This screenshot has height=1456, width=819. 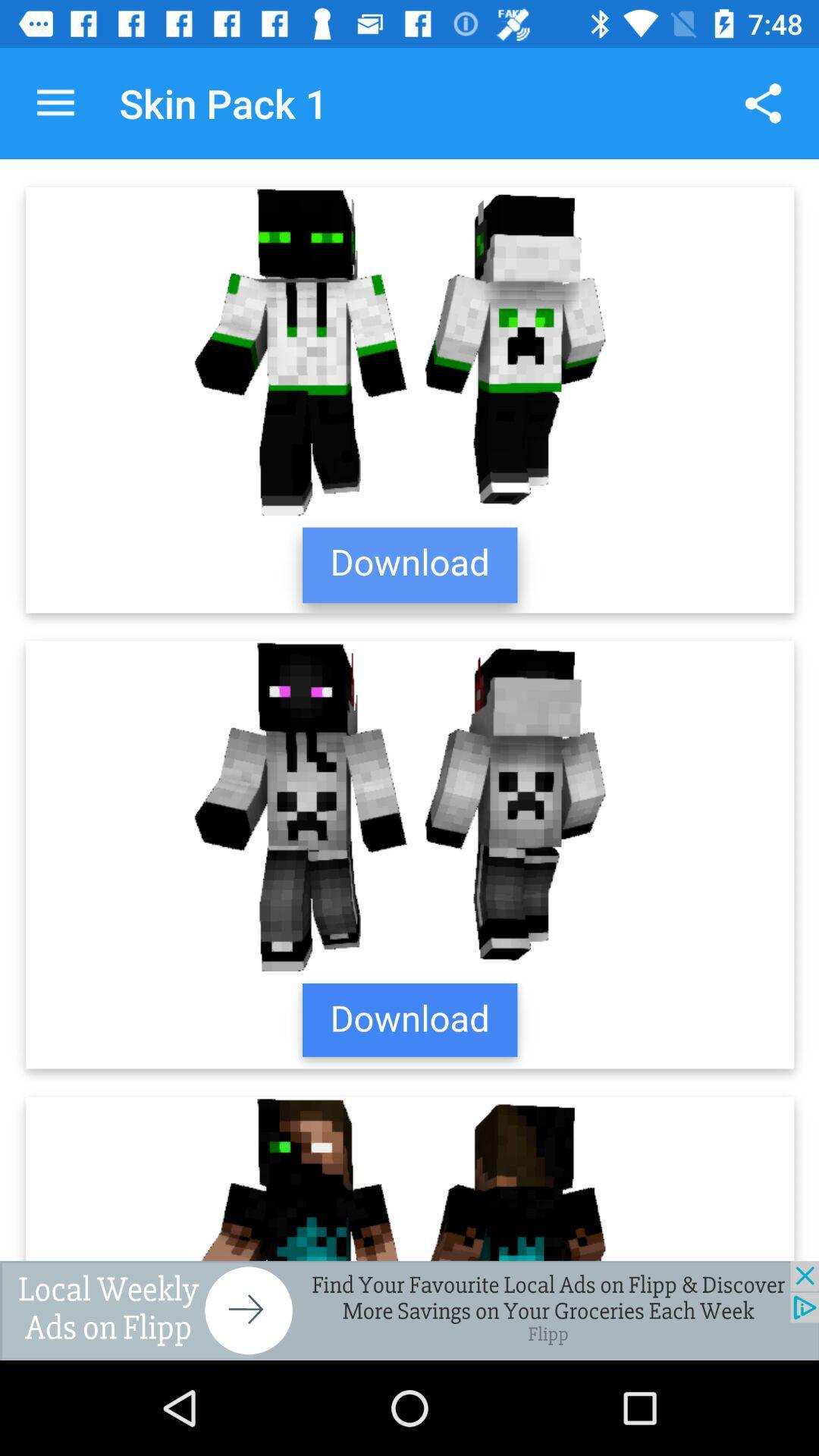 What do you see at coordinates (409, 709) in the screenshot?
I see `download skin pack` at bounding box center [409, 709].